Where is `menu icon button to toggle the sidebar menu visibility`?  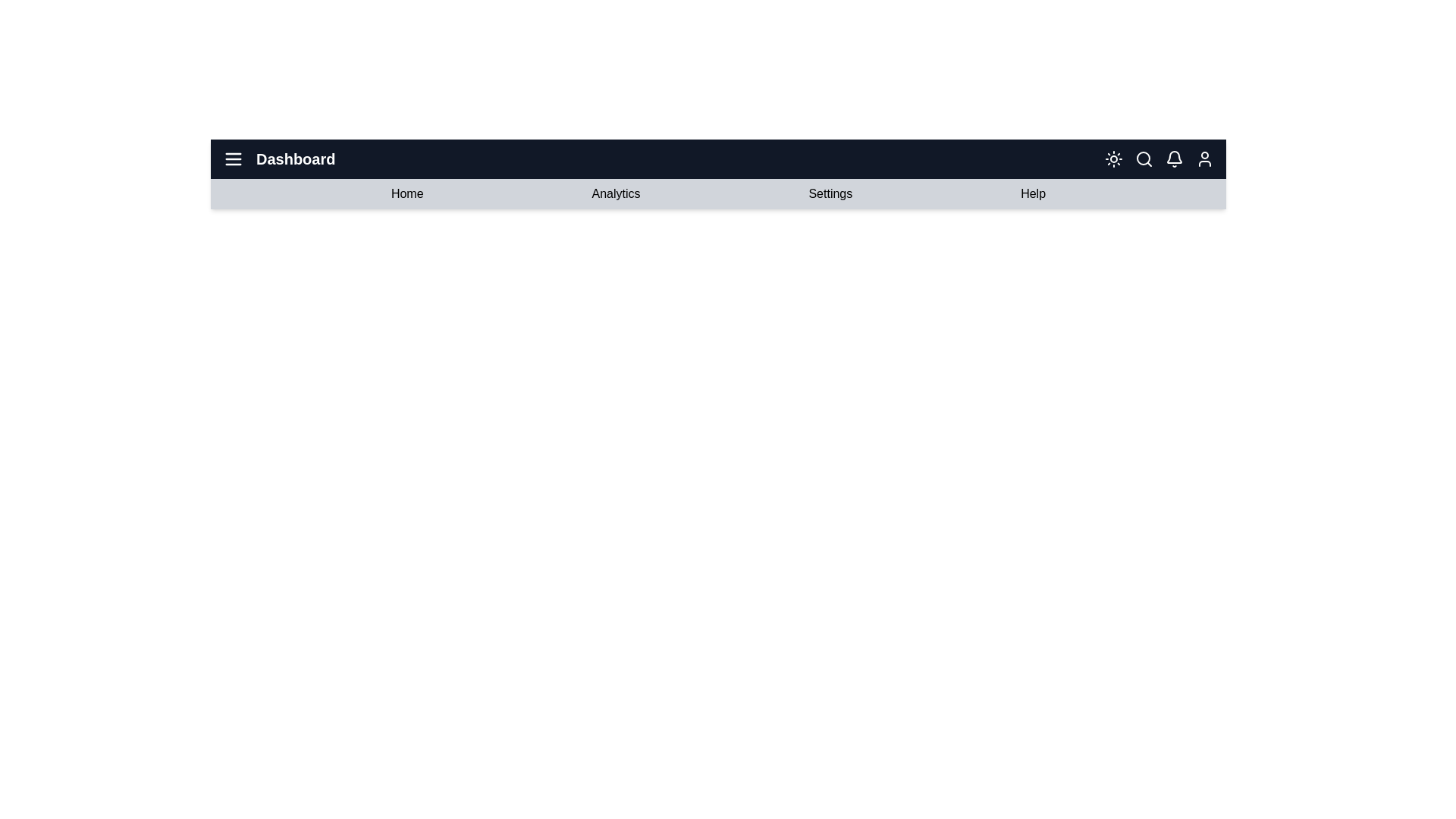 menu icon button to toggle the sidebar menu visibility is located at coordinates (232, 158).